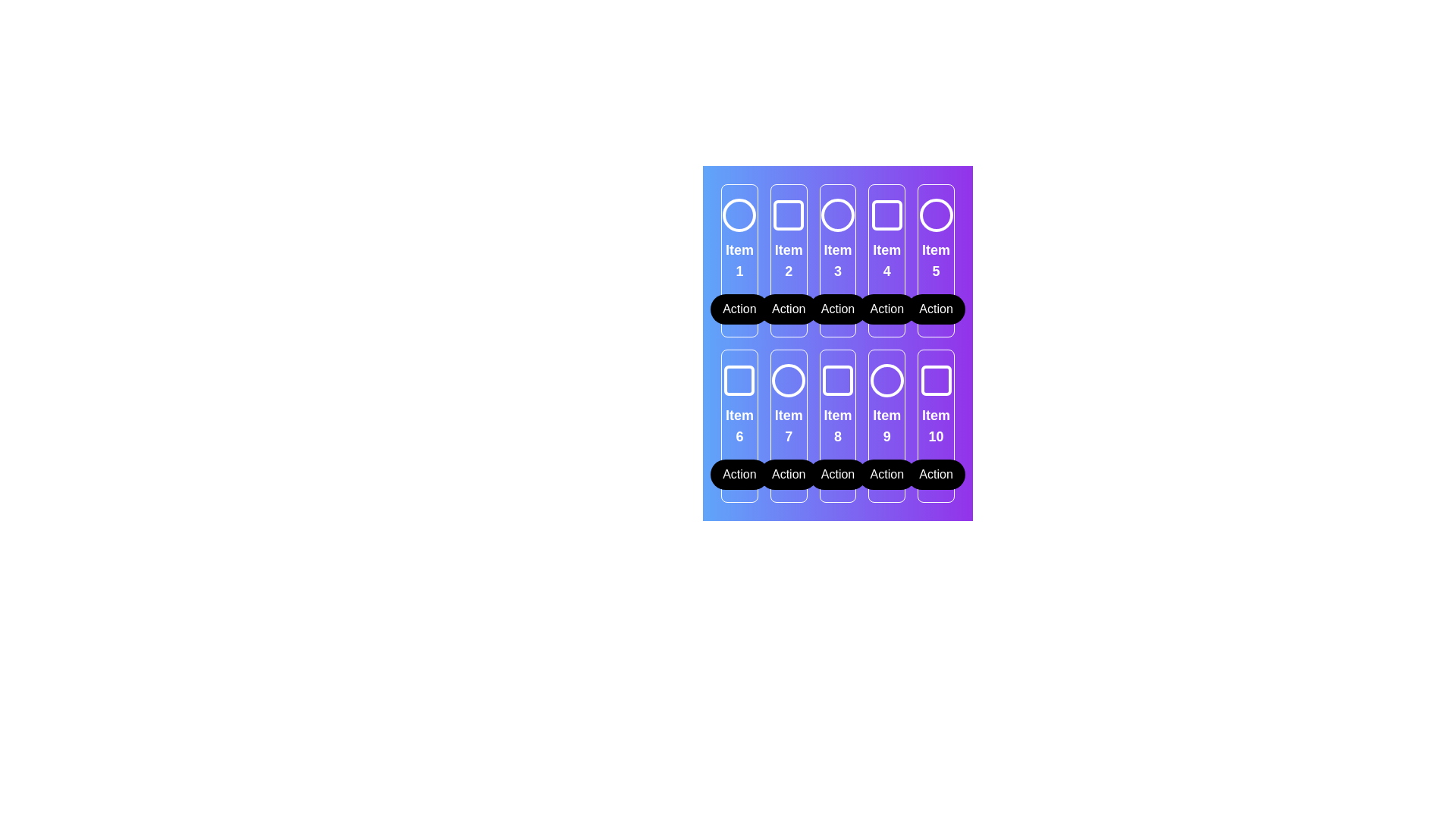 The image size is (1456, 819). I want to click on the button labeled 'Action' on the interactive Card located in the first row, fourth column of the grid layout, so click(886, 259).